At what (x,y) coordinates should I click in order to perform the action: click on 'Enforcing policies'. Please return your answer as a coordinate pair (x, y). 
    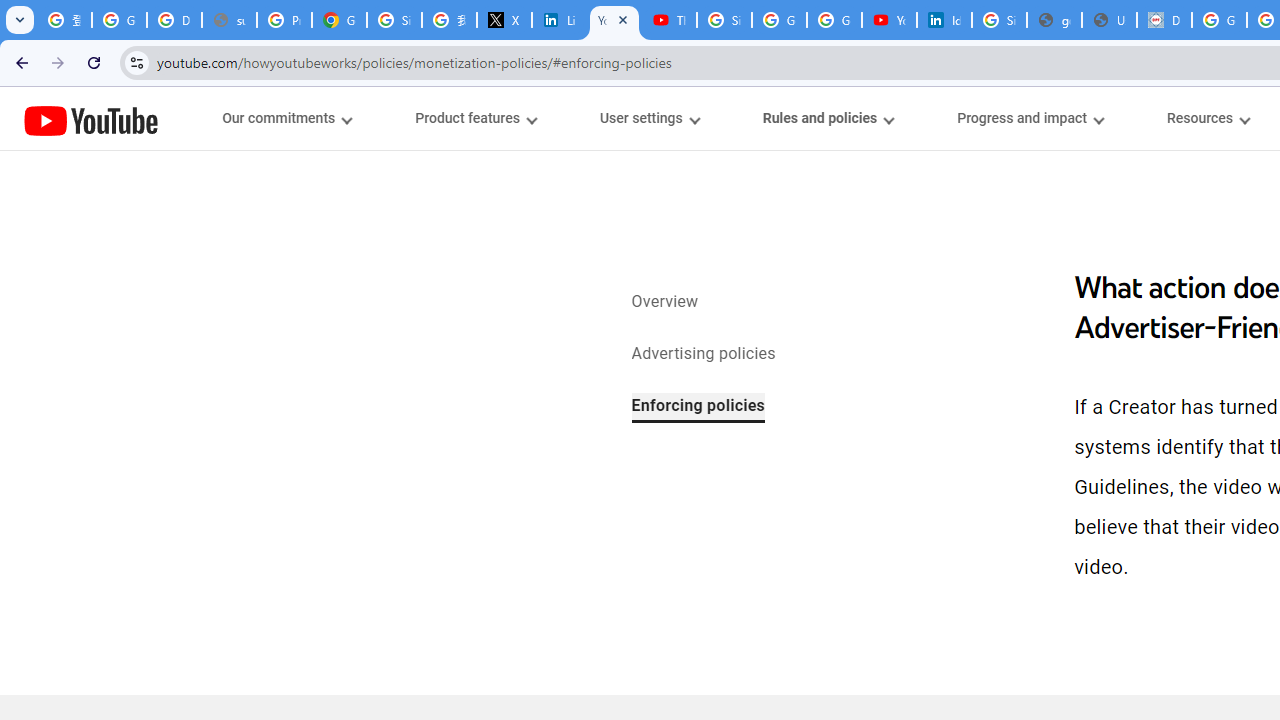
    Looking at the image, I should click on (698, 406).